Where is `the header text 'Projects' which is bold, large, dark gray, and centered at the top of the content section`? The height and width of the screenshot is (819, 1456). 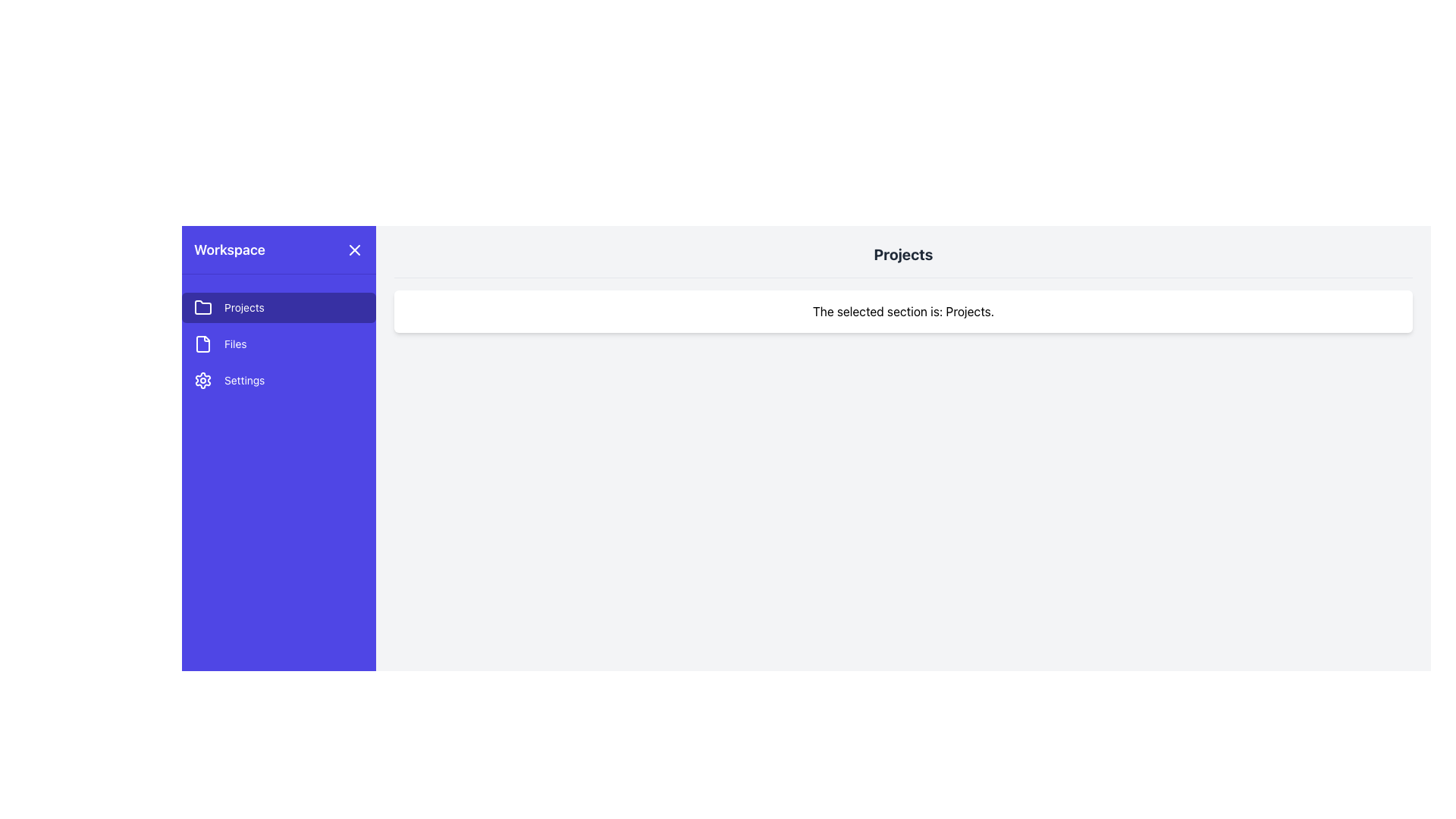
the header text 'Projects' which is bold, large, dark gray, and centered at the top of the content section is located at coordinates (903, 253).